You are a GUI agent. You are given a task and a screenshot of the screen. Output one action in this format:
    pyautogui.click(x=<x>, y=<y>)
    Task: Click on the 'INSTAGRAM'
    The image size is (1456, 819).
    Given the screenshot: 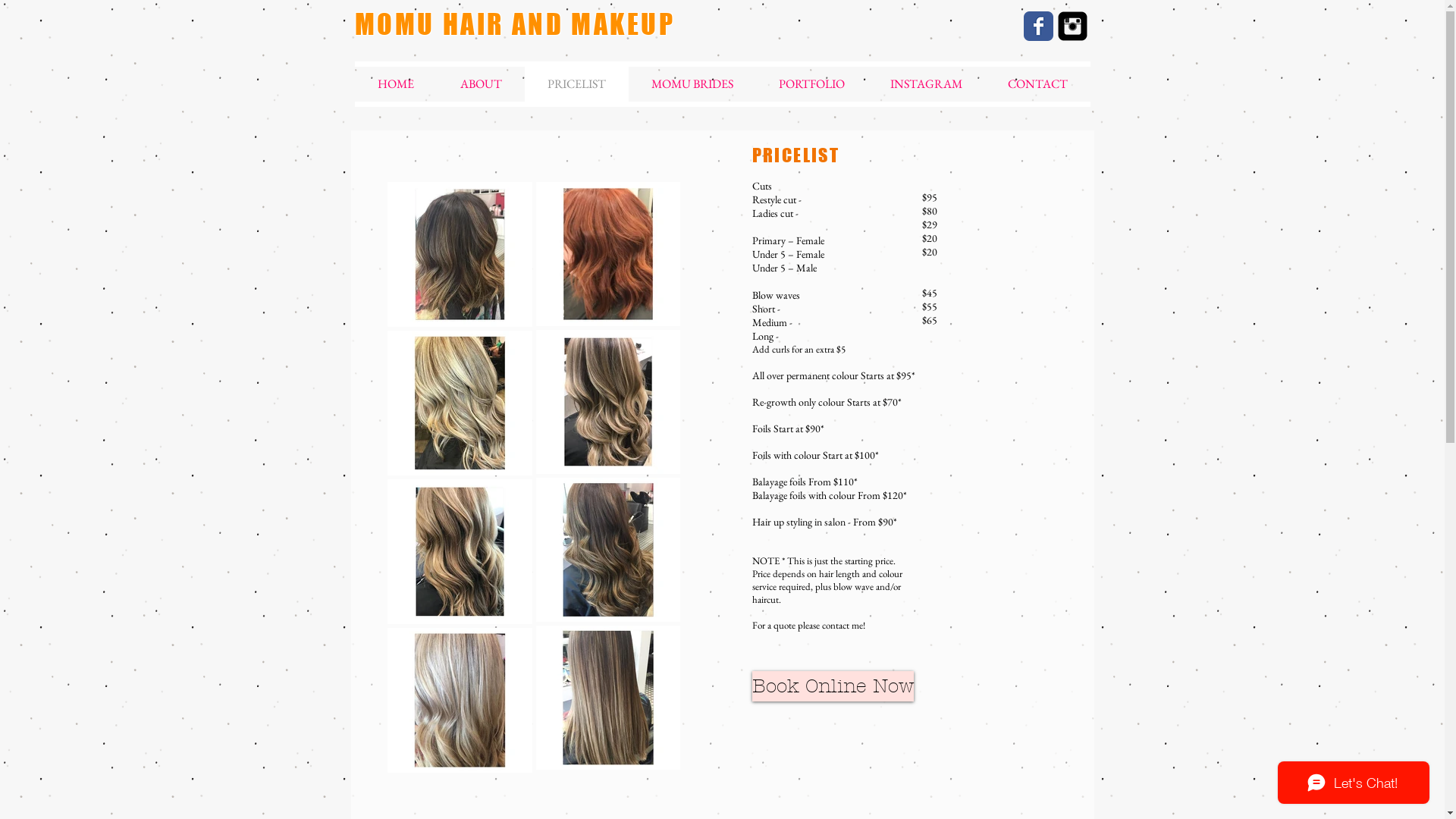 What is the action you would take?
    pyautogui.click(x=925, y=84)
    